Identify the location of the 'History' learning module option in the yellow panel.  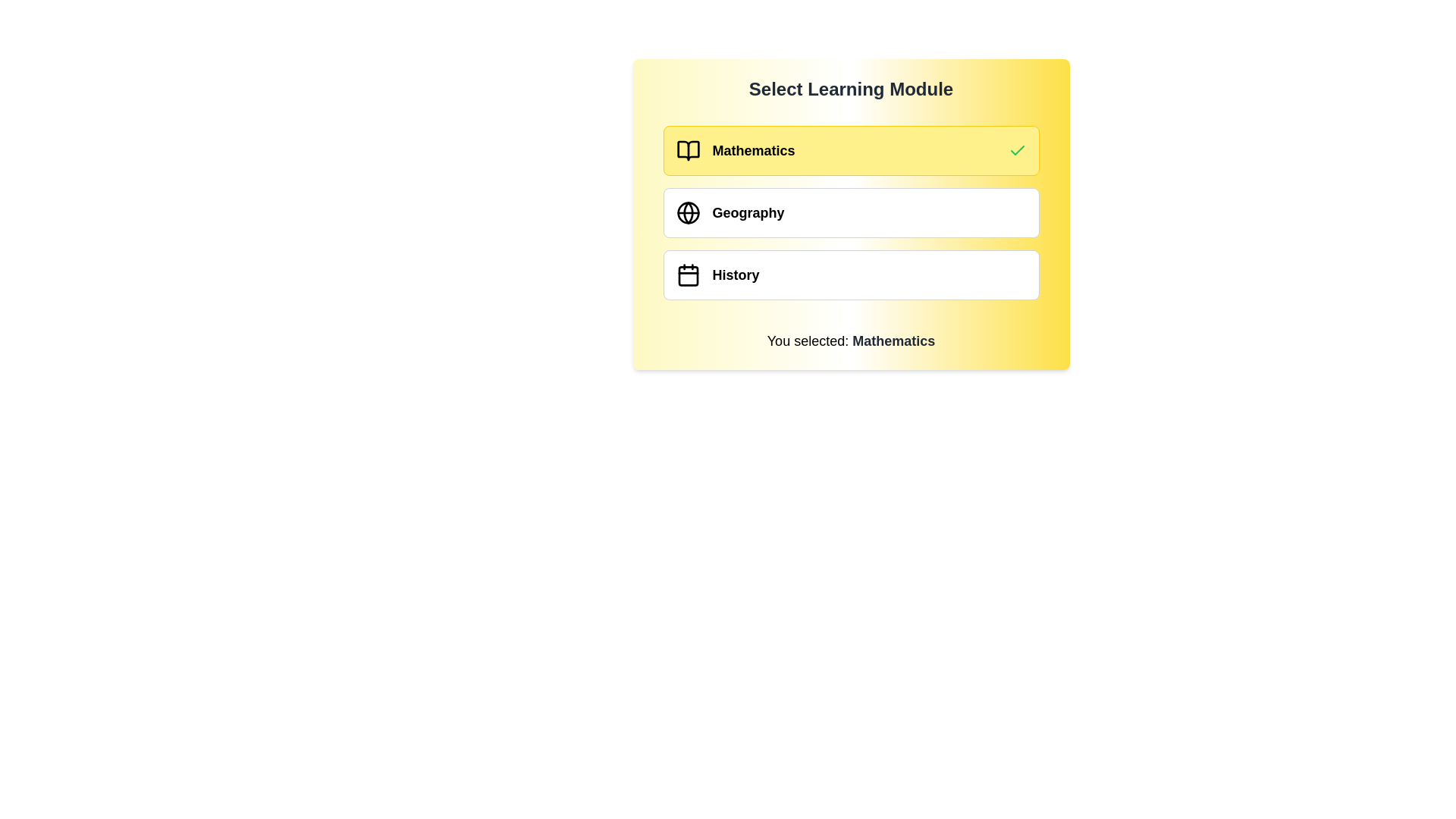
(851, 275).